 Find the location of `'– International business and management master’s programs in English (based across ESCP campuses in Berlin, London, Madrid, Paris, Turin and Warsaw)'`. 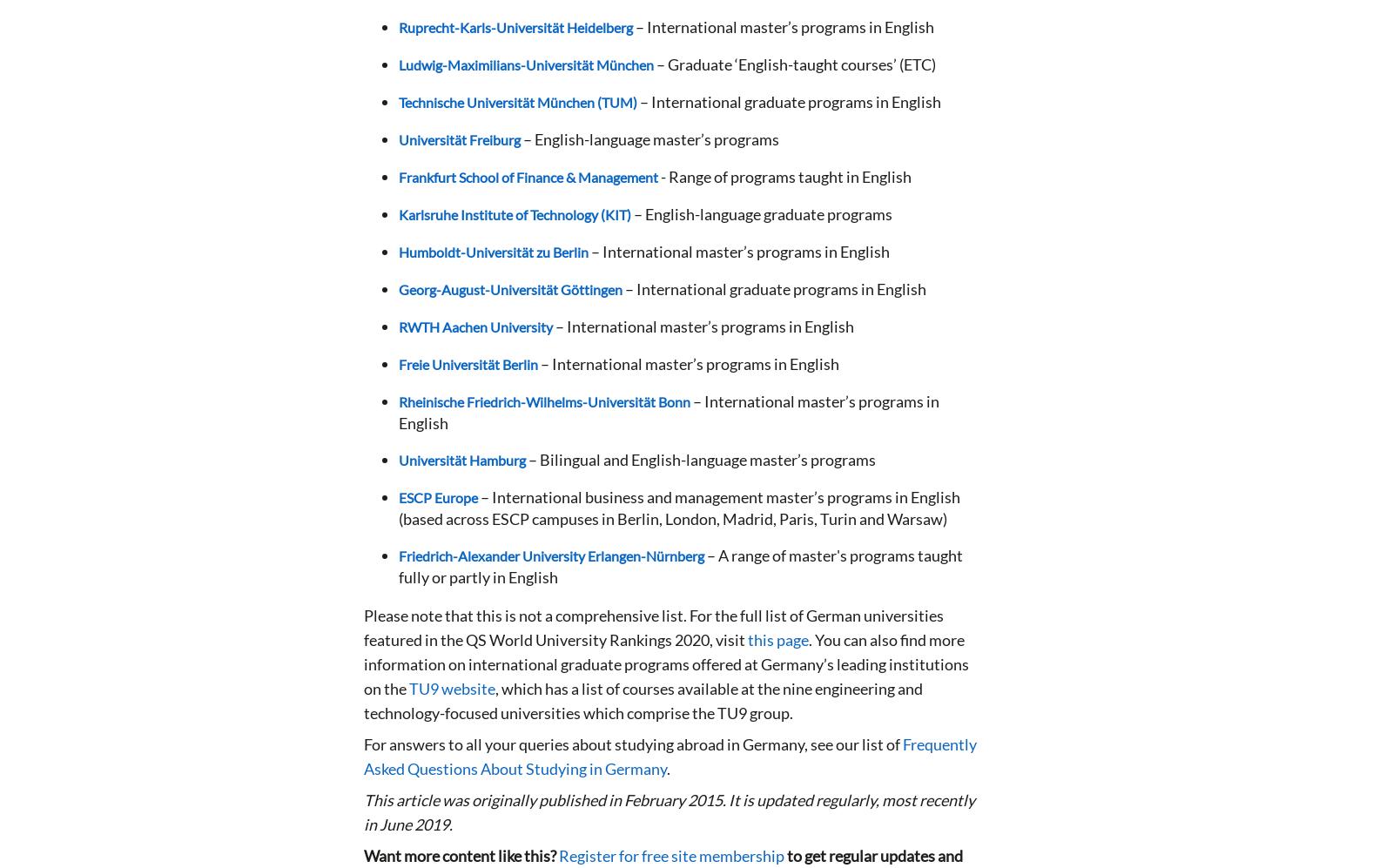

'– International business and management master’s programs in English (based across ESCP campuses in Berlin, London, Madrid, Paris, Turin and Warsaw)' is located at coordinates (679, 508).